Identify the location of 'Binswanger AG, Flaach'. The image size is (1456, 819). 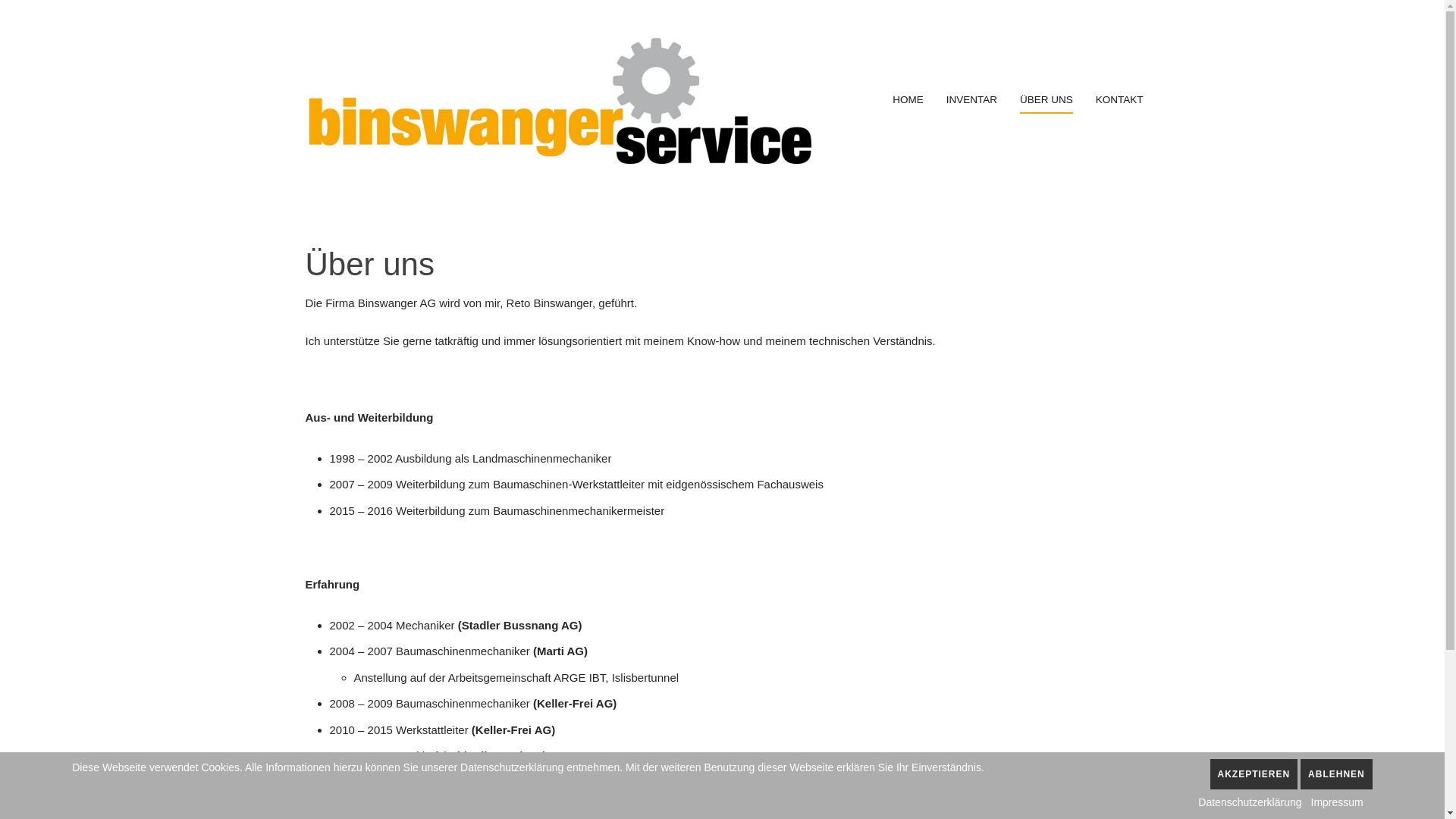
(557, 99).